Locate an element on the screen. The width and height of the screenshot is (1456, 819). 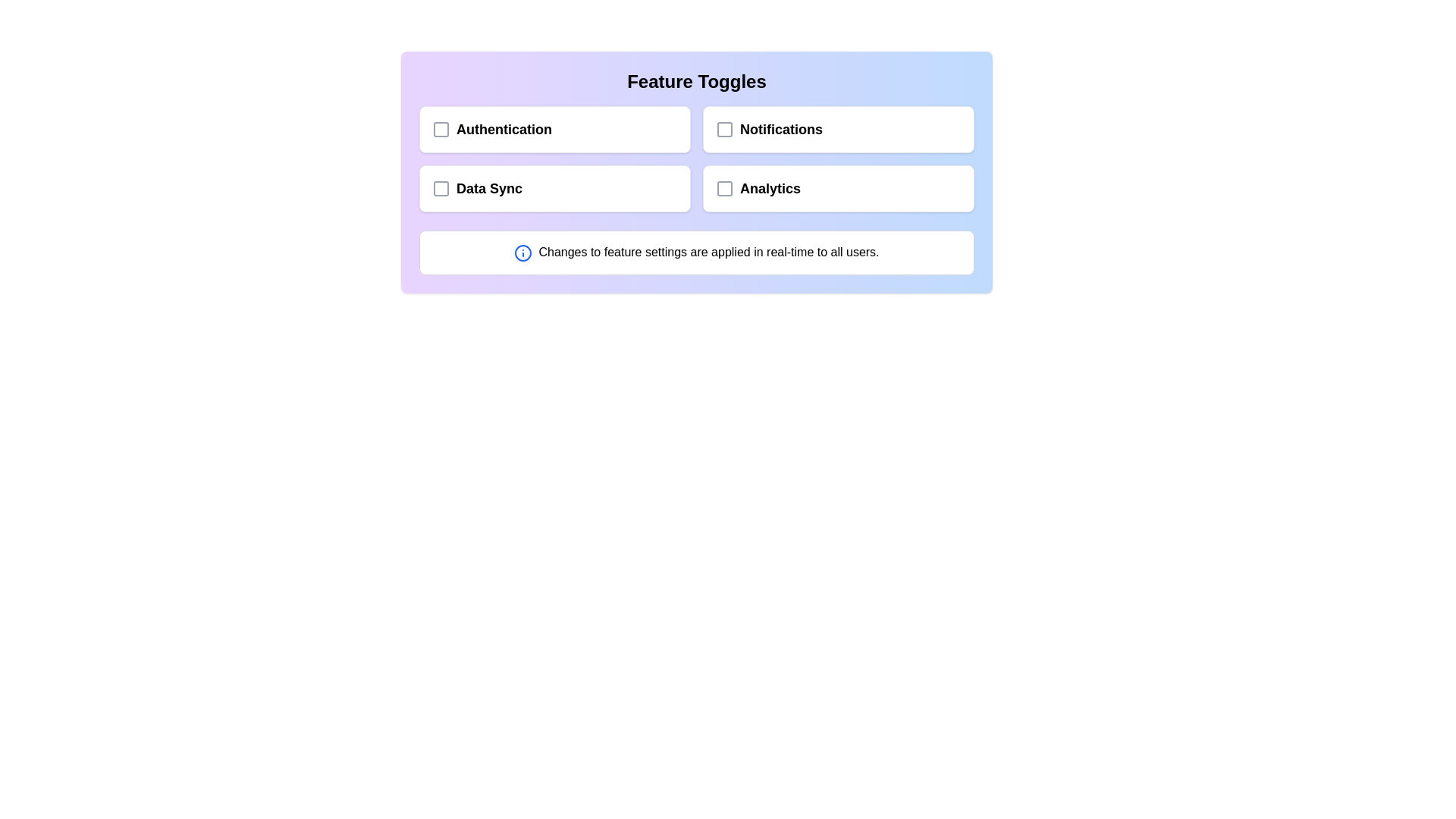
the unselected checkbox corresponding to the 'Data Sync' option in the feature toggles list is located at coordinates (440, 188).